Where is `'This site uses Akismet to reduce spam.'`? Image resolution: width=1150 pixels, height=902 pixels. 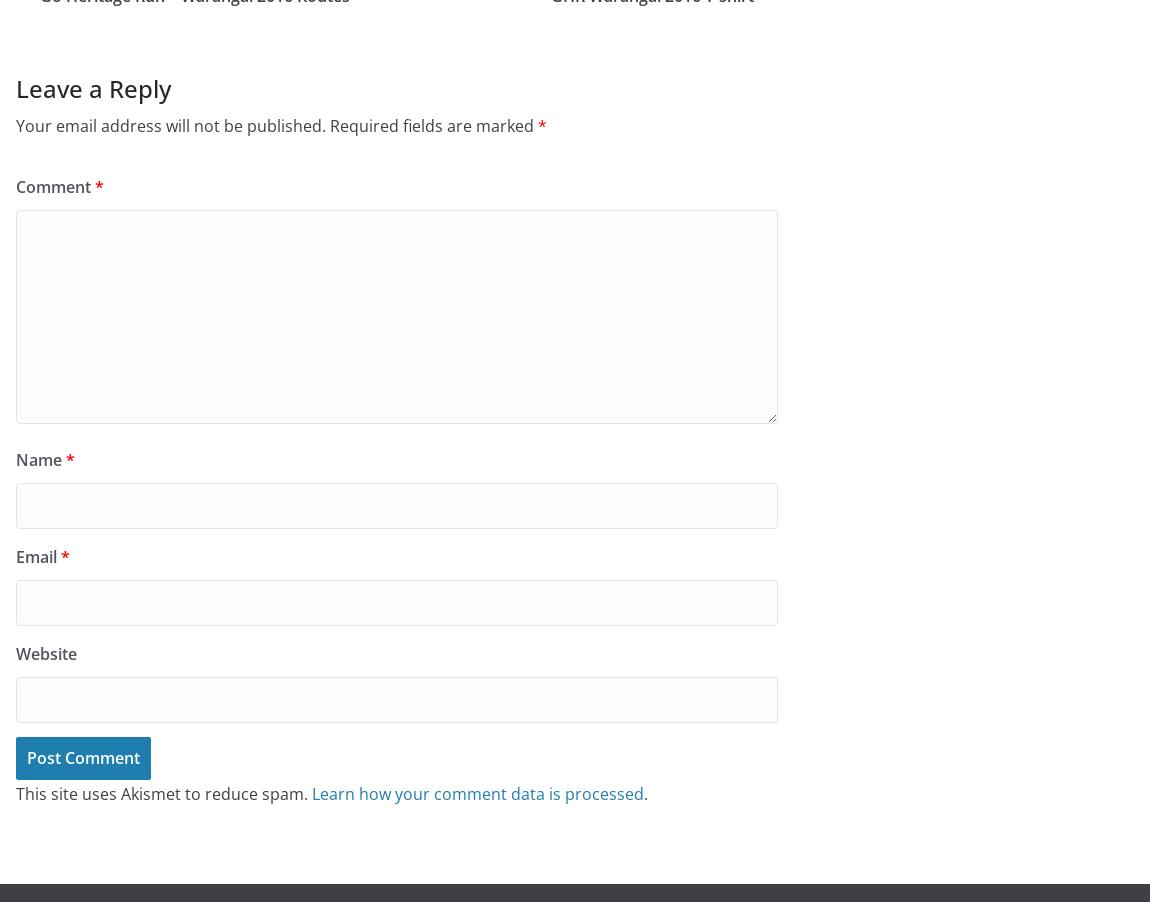 'This site uses Akismet to reduce spam.' is located at coordinates (162, 792).